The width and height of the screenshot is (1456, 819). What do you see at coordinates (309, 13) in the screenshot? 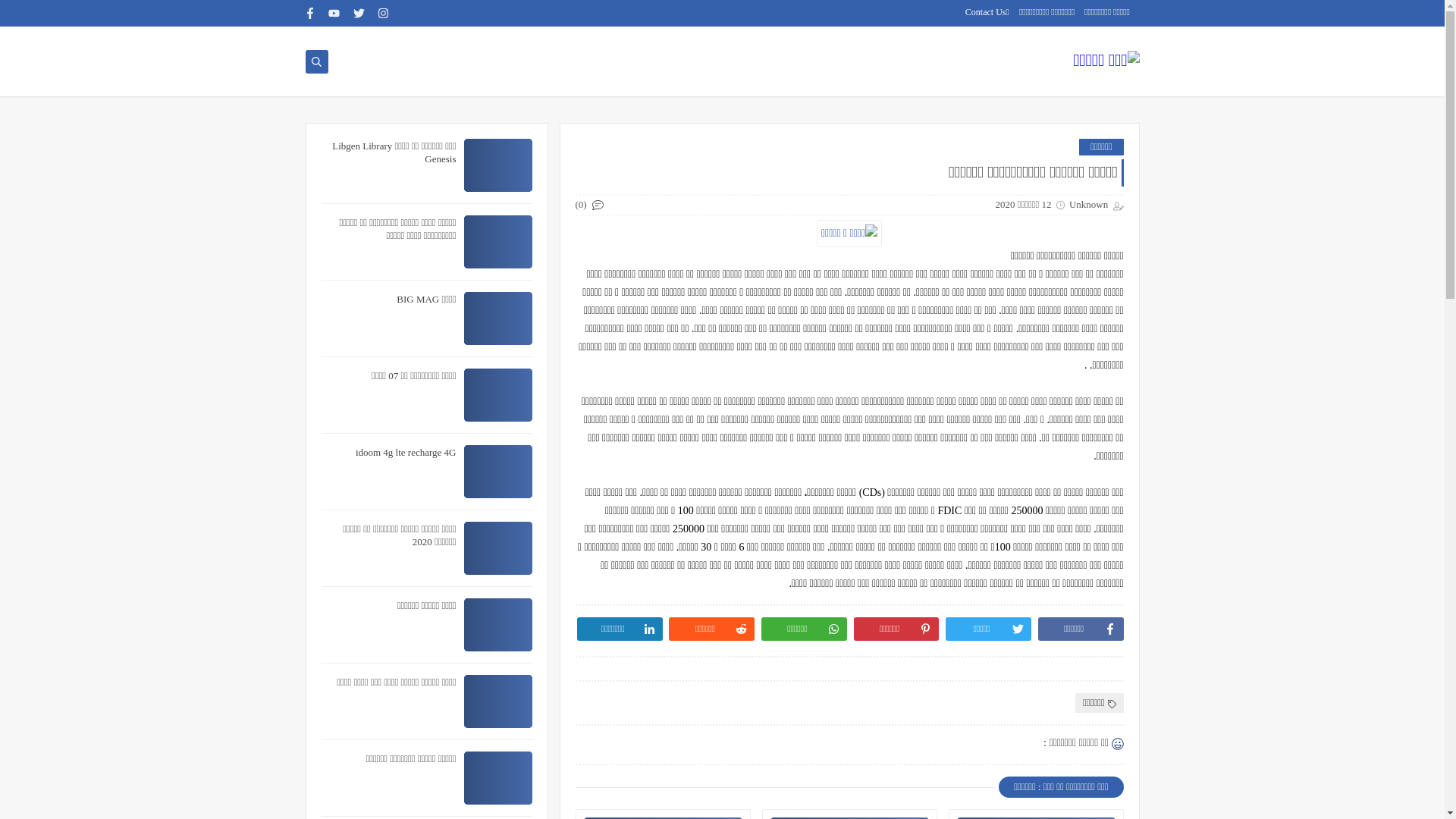
I see `'facebook'` at bounding box center [309, 13].